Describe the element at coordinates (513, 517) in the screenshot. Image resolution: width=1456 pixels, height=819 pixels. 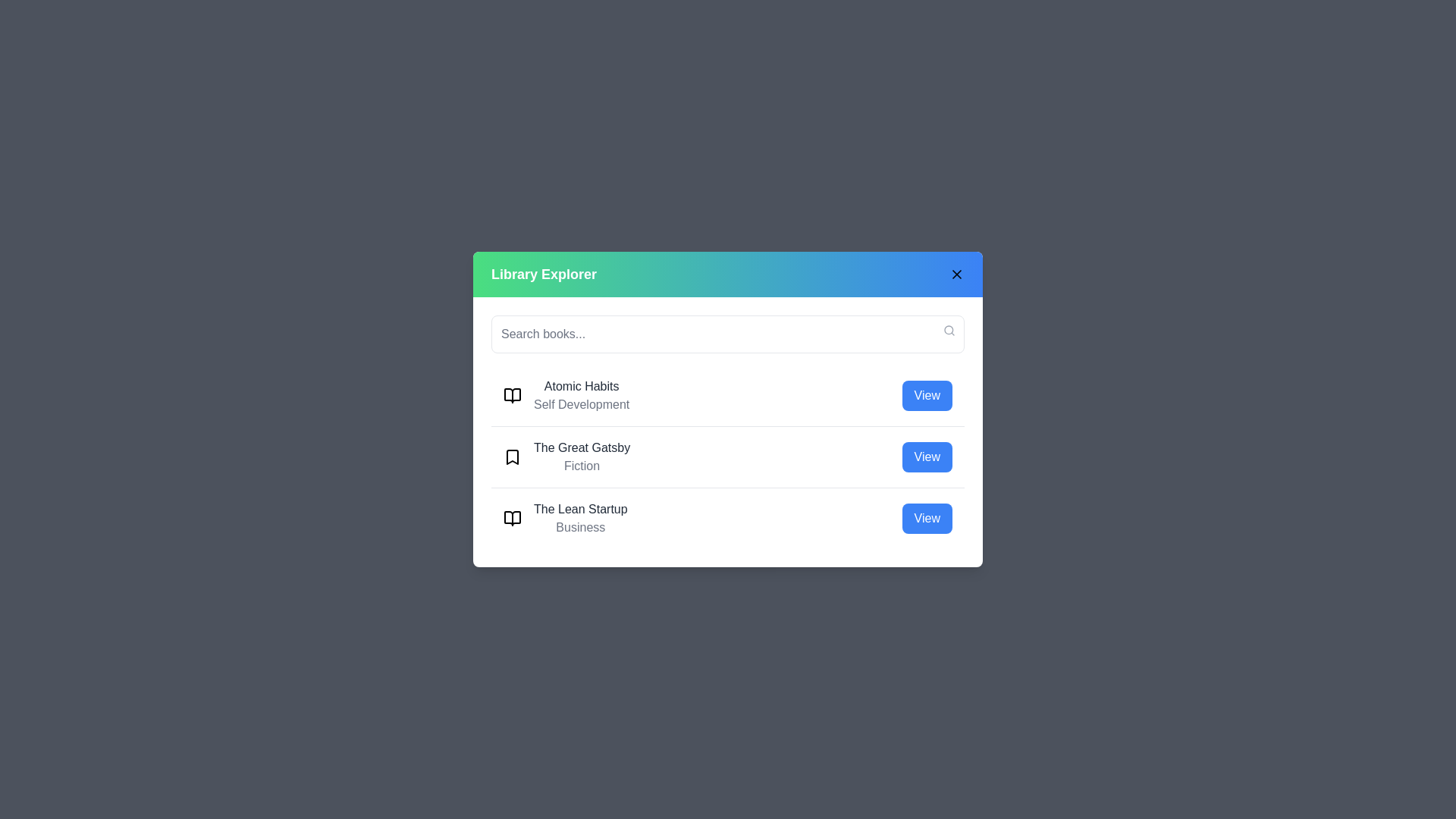
I see `the book icon for The Lean Startup to interact with it` at that location.